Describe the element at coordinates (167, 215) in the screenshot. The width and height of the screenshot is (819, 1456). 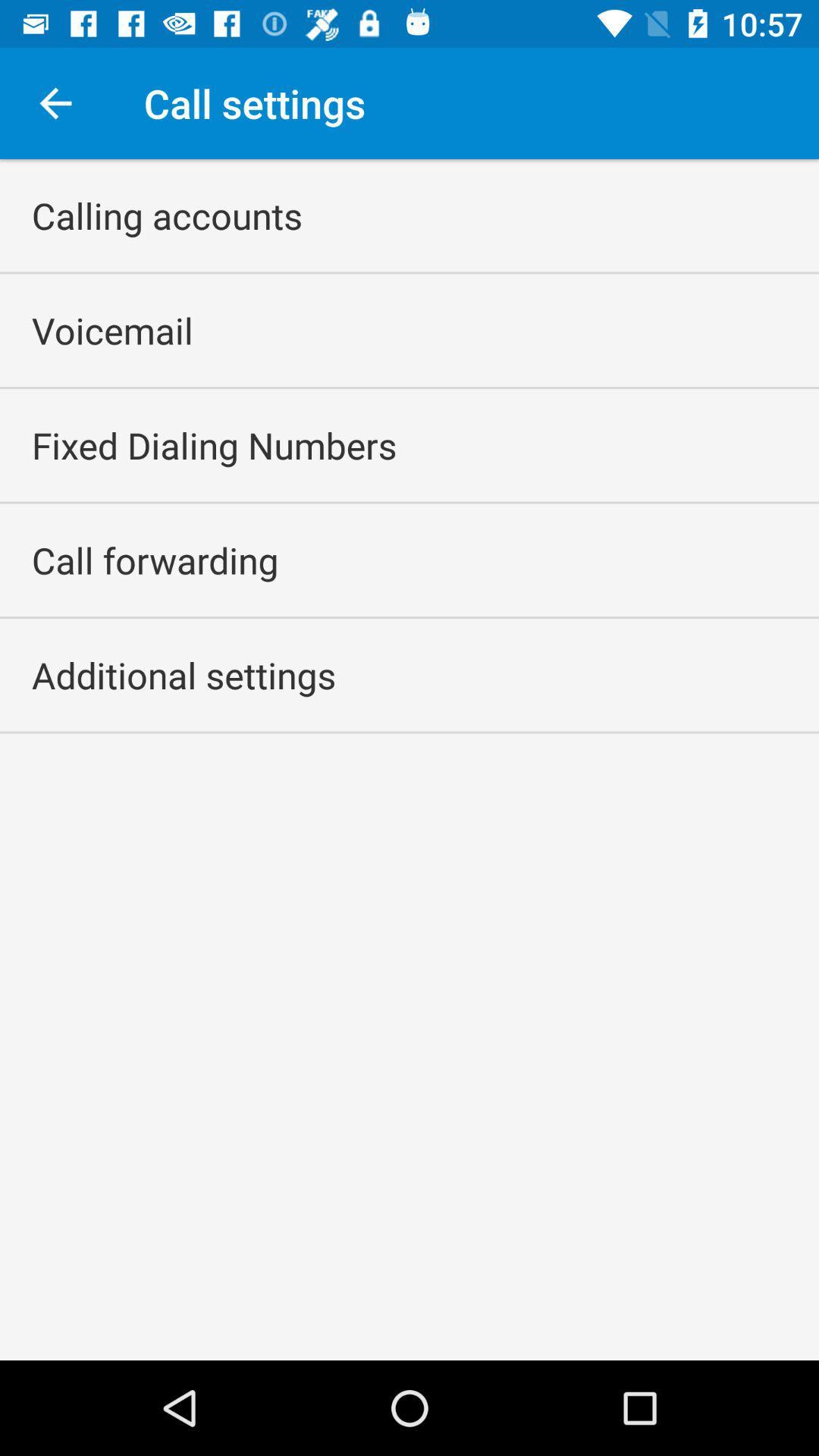
I see `the calling accounts` at that location.